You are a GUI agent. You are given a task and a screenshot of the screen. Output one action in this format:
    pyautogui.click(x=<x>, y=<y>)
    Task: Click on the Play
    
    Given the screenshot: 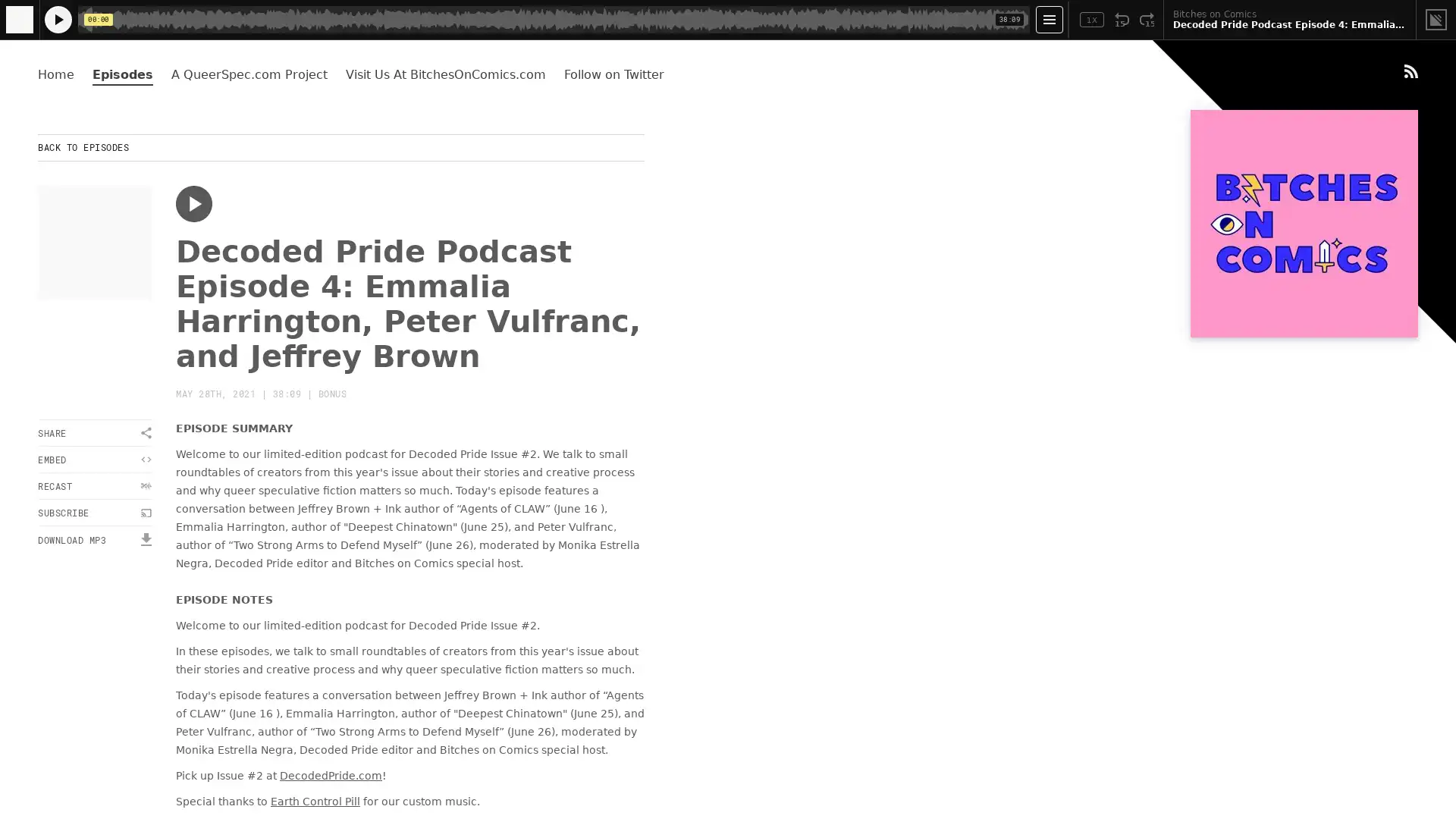 What is the action you would take?
    pyautogui.click(x=58, y=20)
    